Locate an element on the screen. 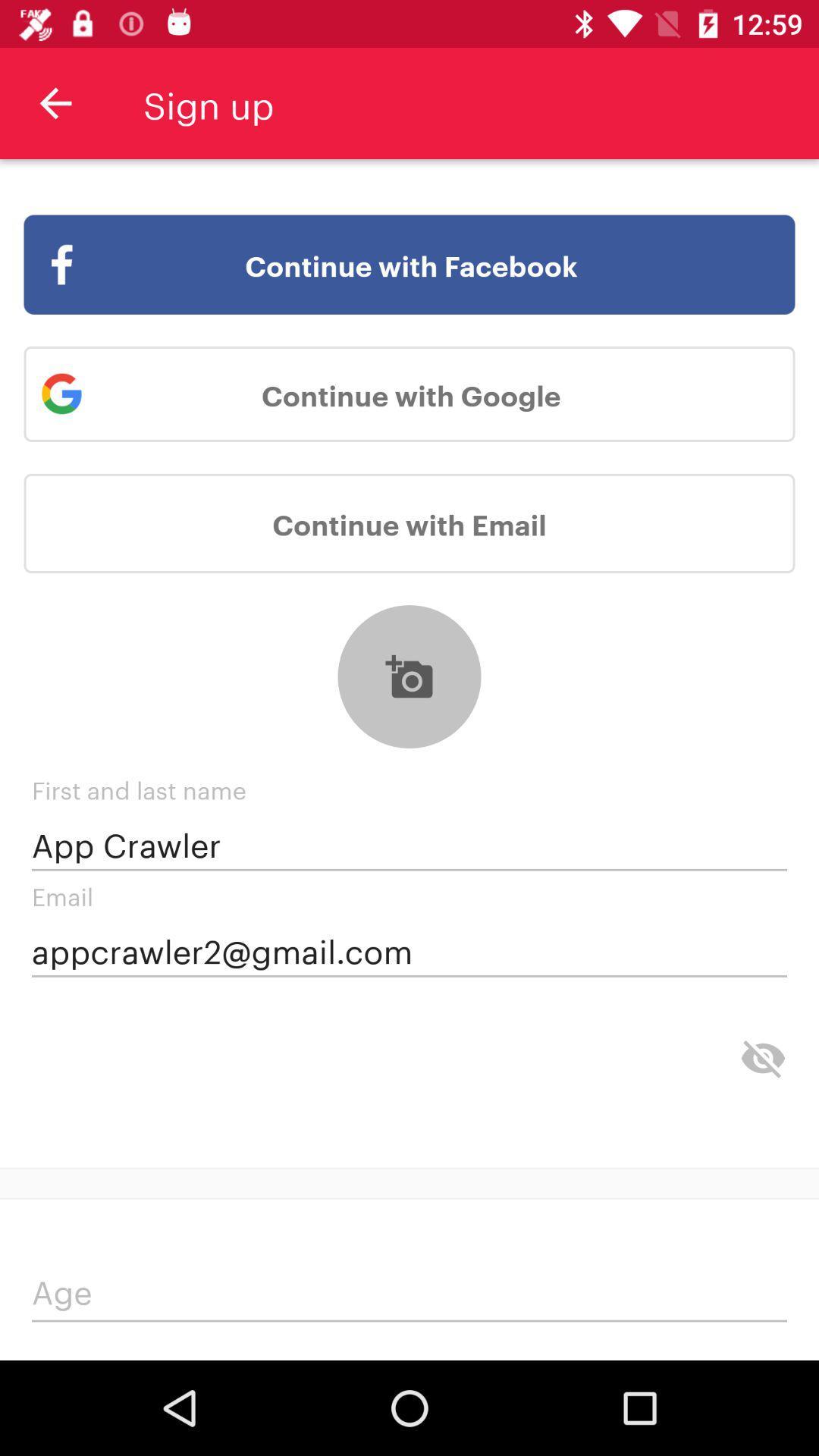 Image resolution: width=819 pixels, height=1456 pixels. field of view is located at coordinates (763, 1058).